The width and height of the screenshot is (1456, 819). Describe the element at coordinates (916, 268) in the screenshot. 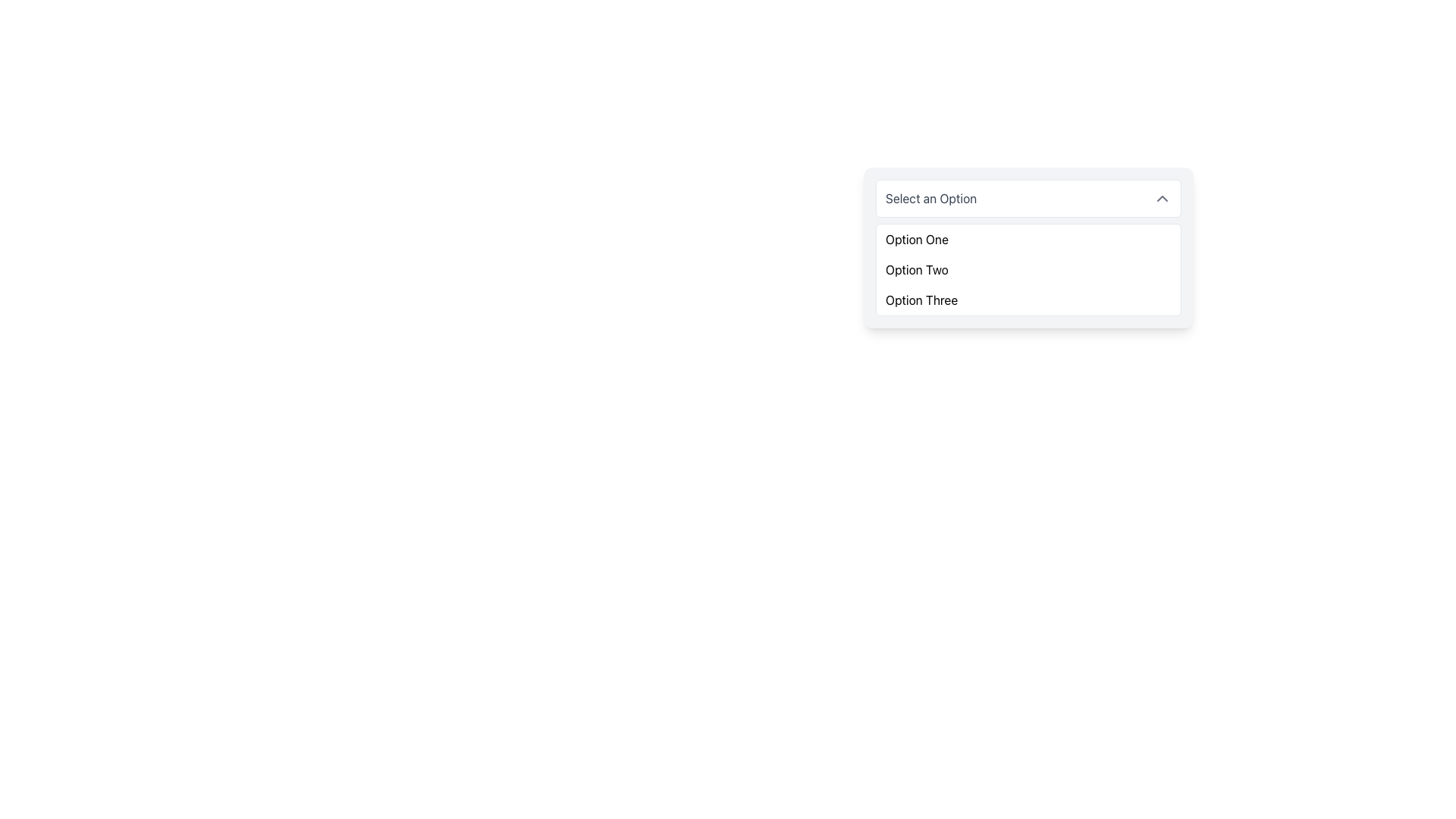

I see `to select the 'Option Two' from the dropdown menu` at that location.